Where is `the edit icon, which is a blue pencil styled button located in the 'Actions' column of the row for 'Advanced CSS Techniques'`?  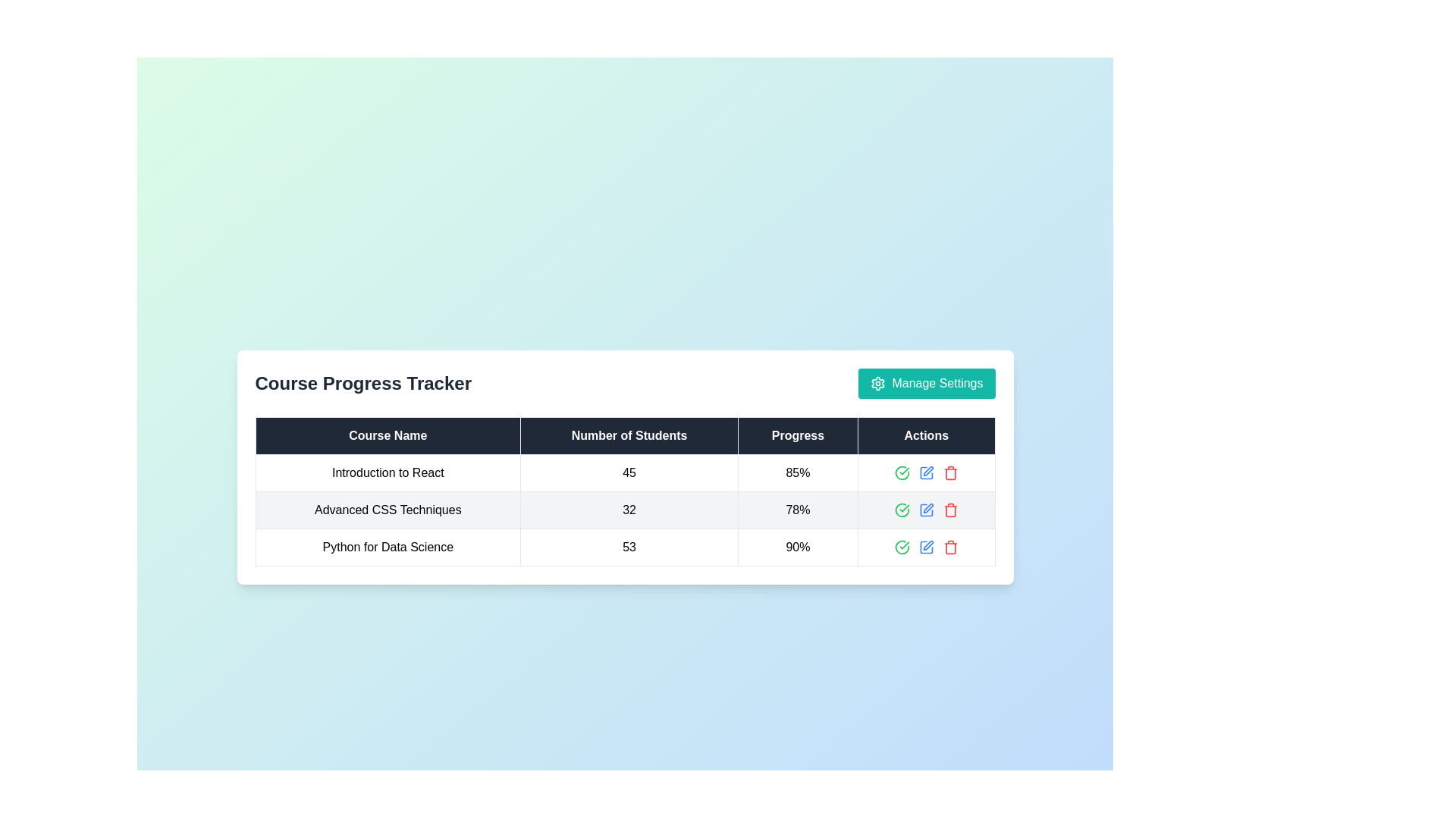
the edit icon, which is a blue pencil styled button located in the 'Actions' column of the row for 'Advanced CSS Techniques' is located at coordinates (925, 510).